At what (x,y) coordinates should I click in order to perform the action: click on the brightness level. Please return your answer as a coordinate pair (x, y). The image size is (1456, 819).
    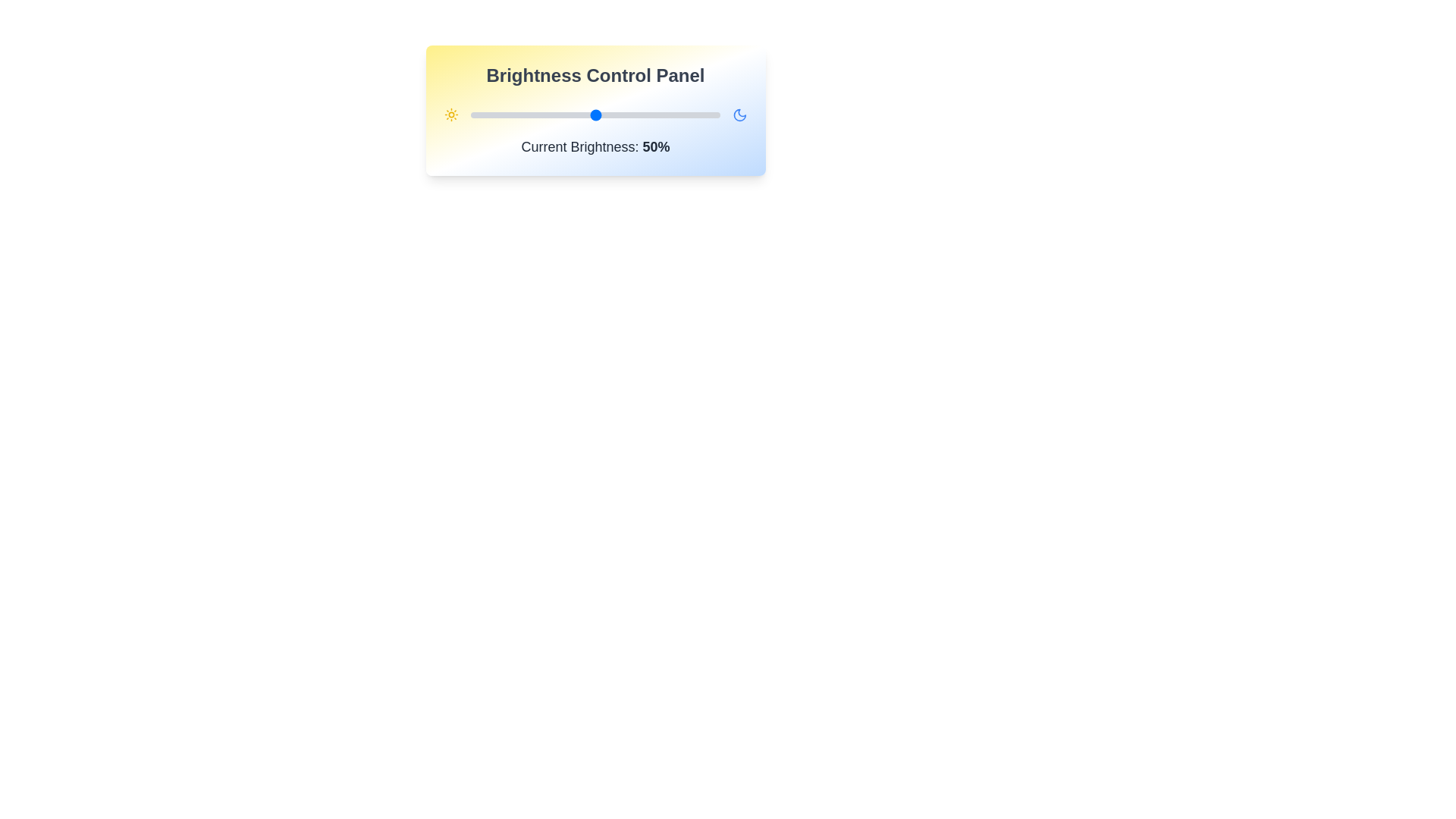
    Looking at the image, I should click on (694, 114).